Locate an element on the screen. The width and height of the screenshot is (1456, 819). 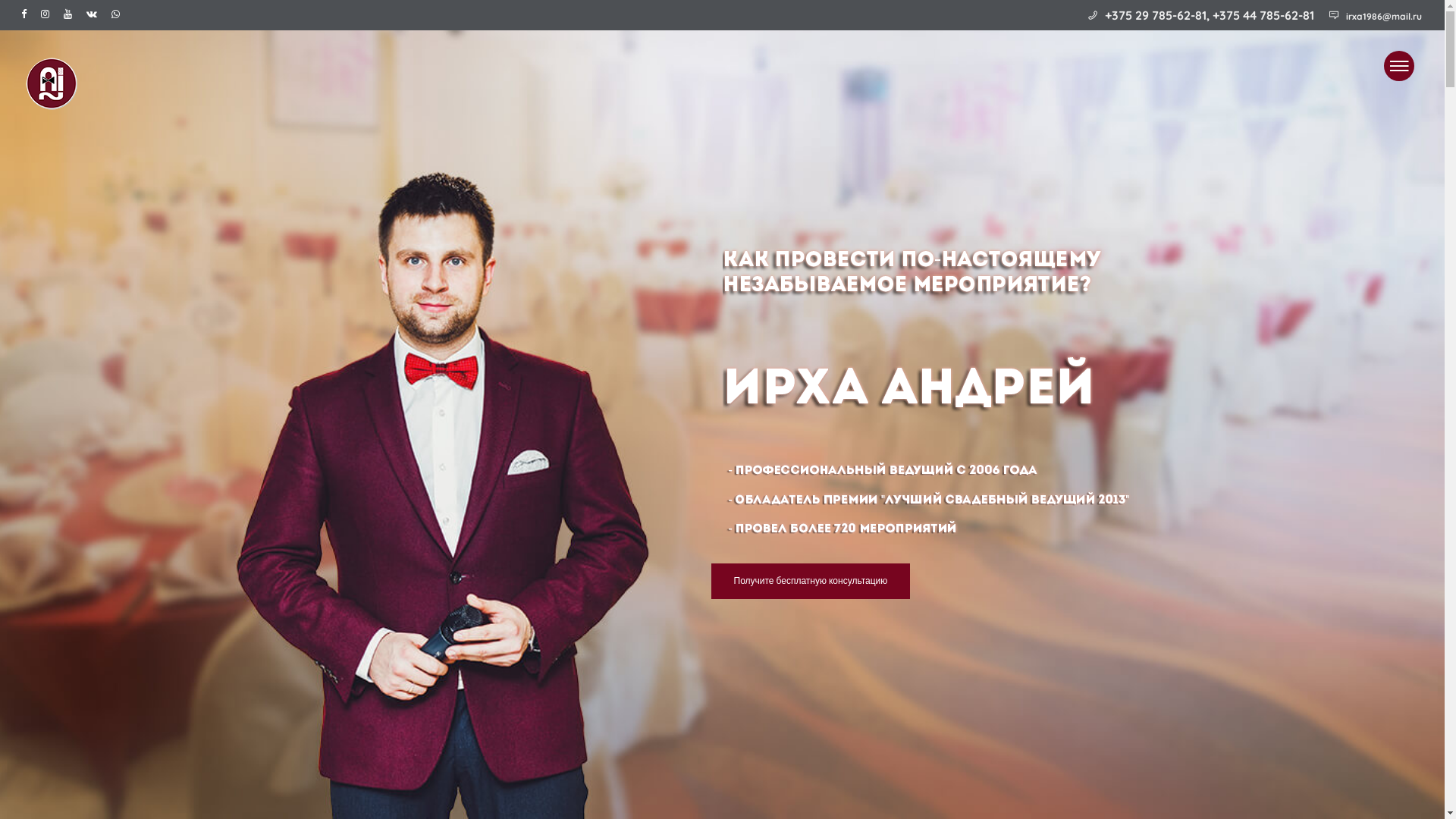
'irxa1986@mail.ru' is located at coordinates (1383, 16).